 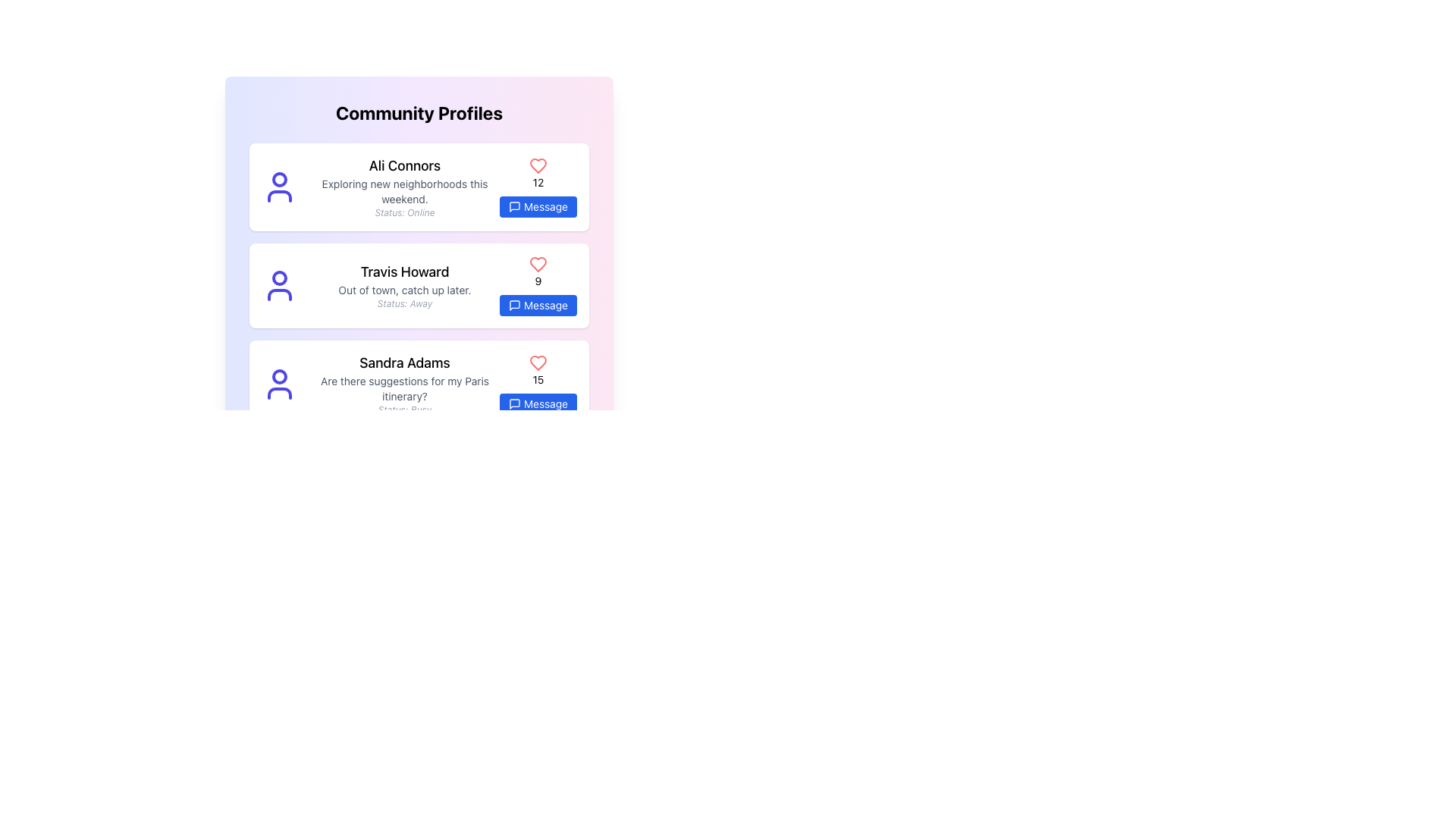 I want to click on the text display showing 'Ali Connors' in the first profile card of the 'Community Profiles' section, so click(x=404, y=186).